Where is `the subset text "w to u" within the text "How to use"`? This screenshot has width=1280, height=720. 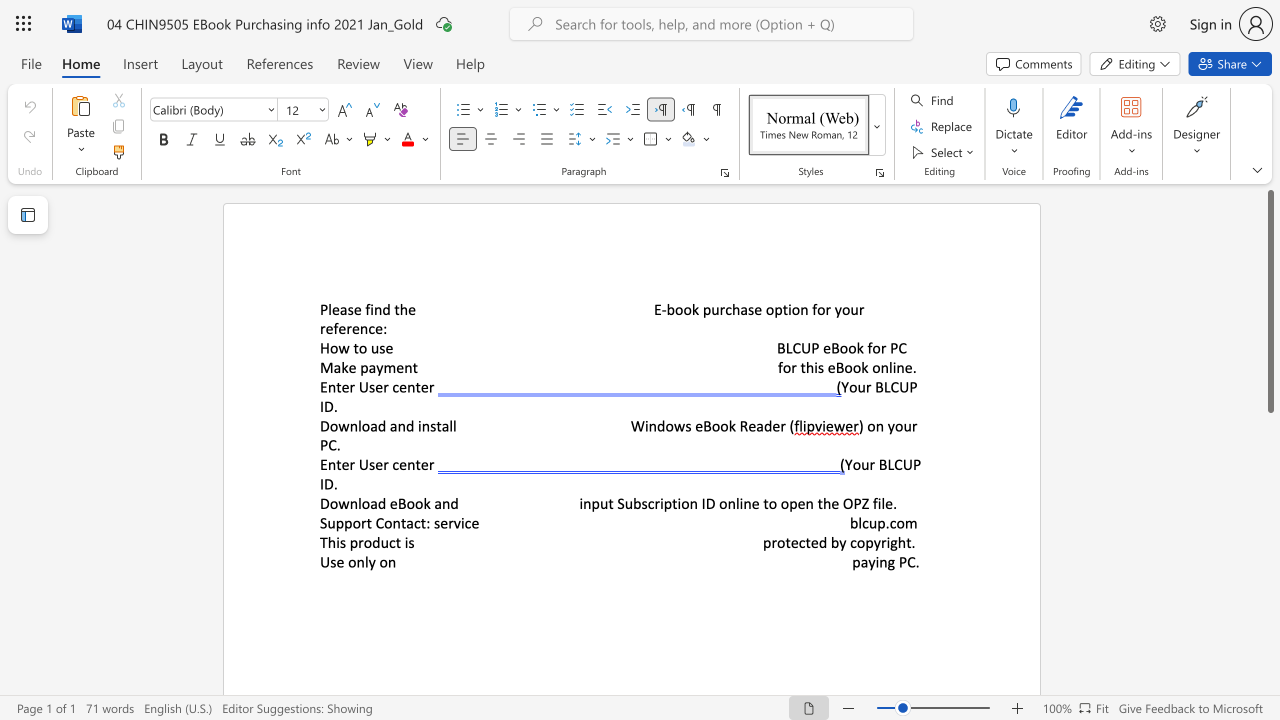 the subset text "w to u" within the text "How to use" is located at coordinates (338, 347).